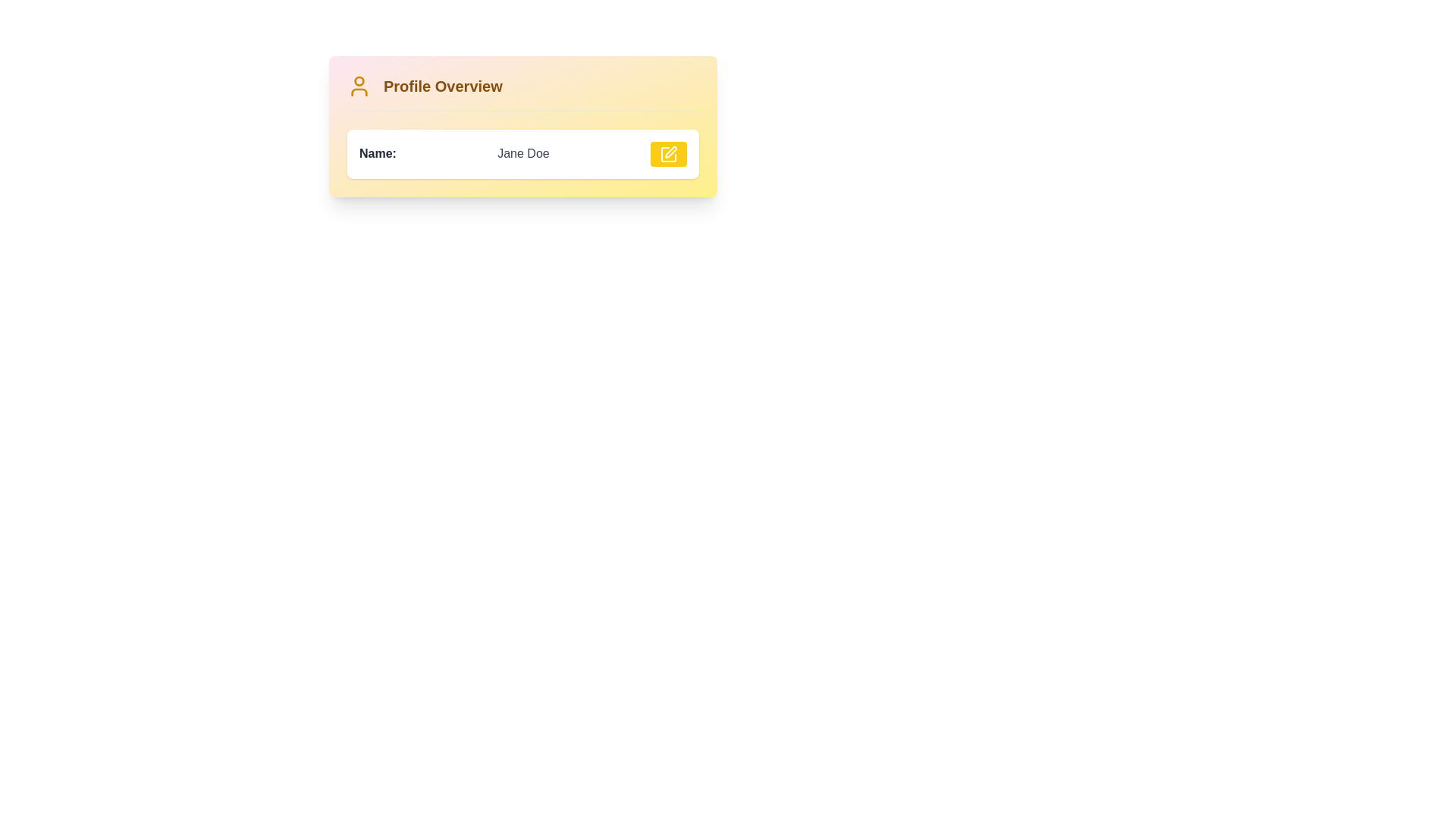 The height and width of the screenshot is (819, 1456). Describe the element at coordinates (668, 154) in the screenshot. I see `the yellow button with a pen icon located on the right side of the 'Name: Jane Doe' row in the 'Profile Overview' section to initiate an edit action` at that location.